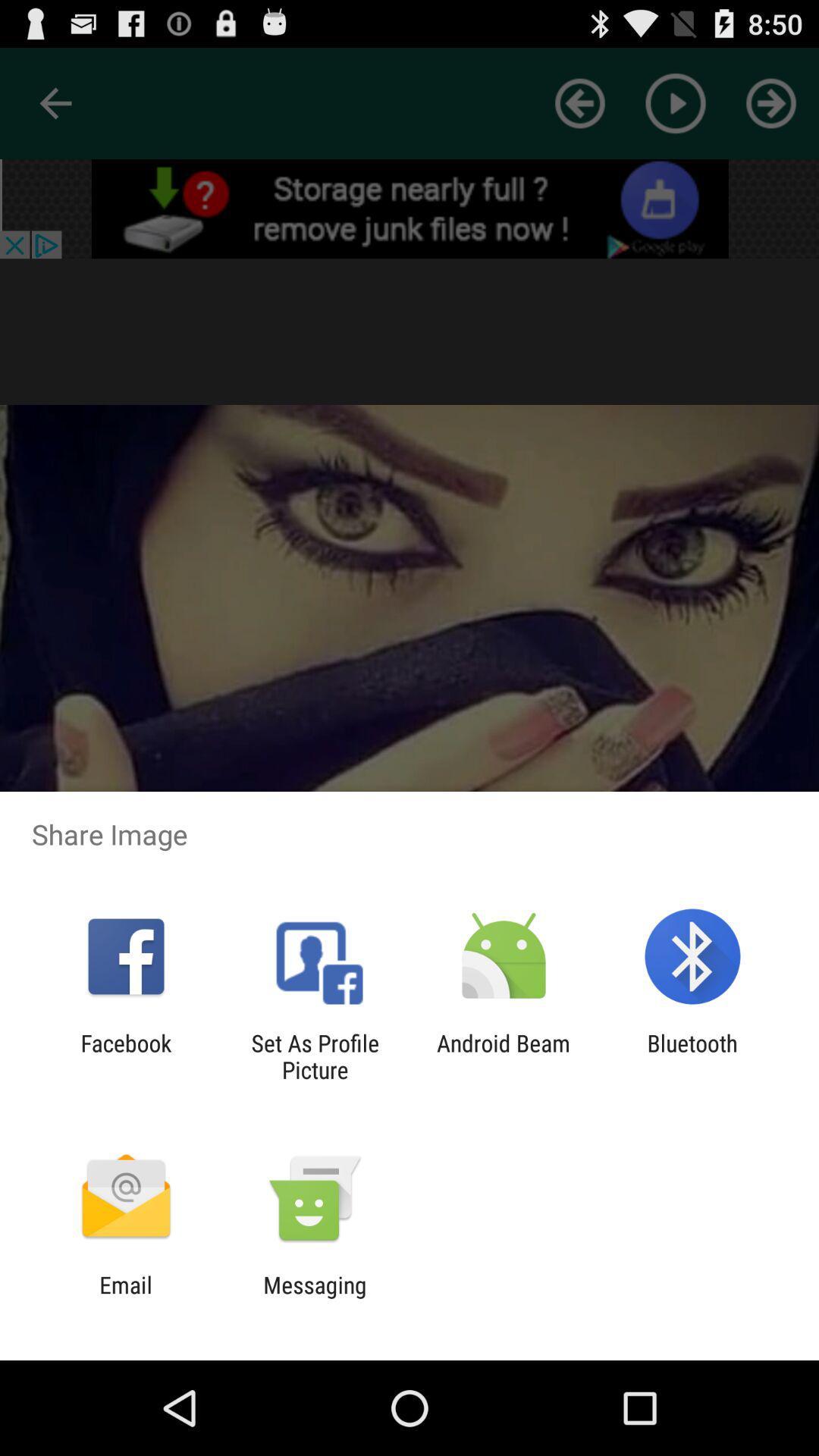  I want to click on app to the right of set as profile app, so click(504, 1056).